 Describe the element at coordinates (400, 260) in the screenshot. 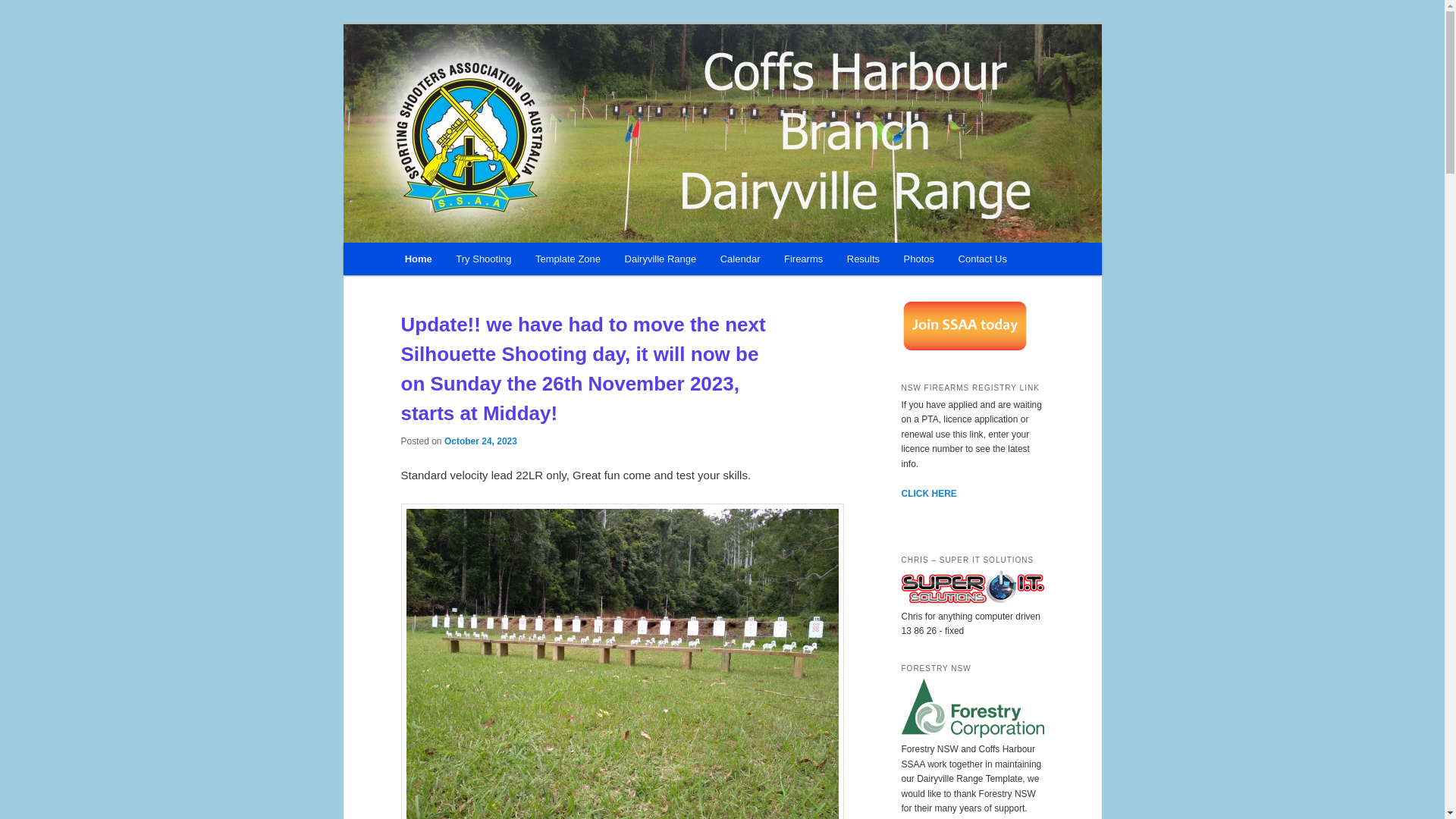

I see `'Skip to secondary content'` at that location.